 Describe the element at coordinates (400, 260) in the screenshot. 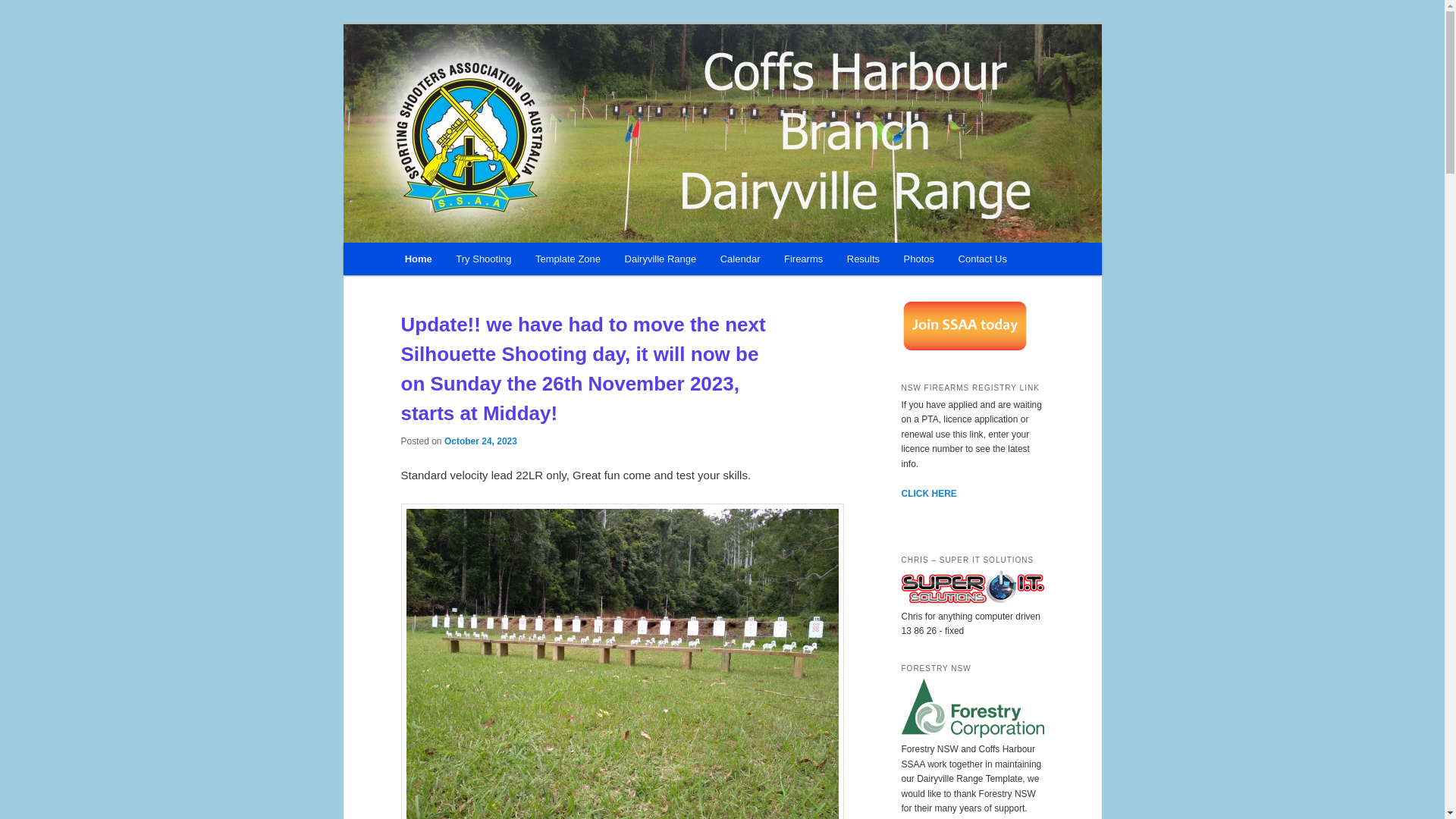

I see `'Skip to secondary content'` at that location.